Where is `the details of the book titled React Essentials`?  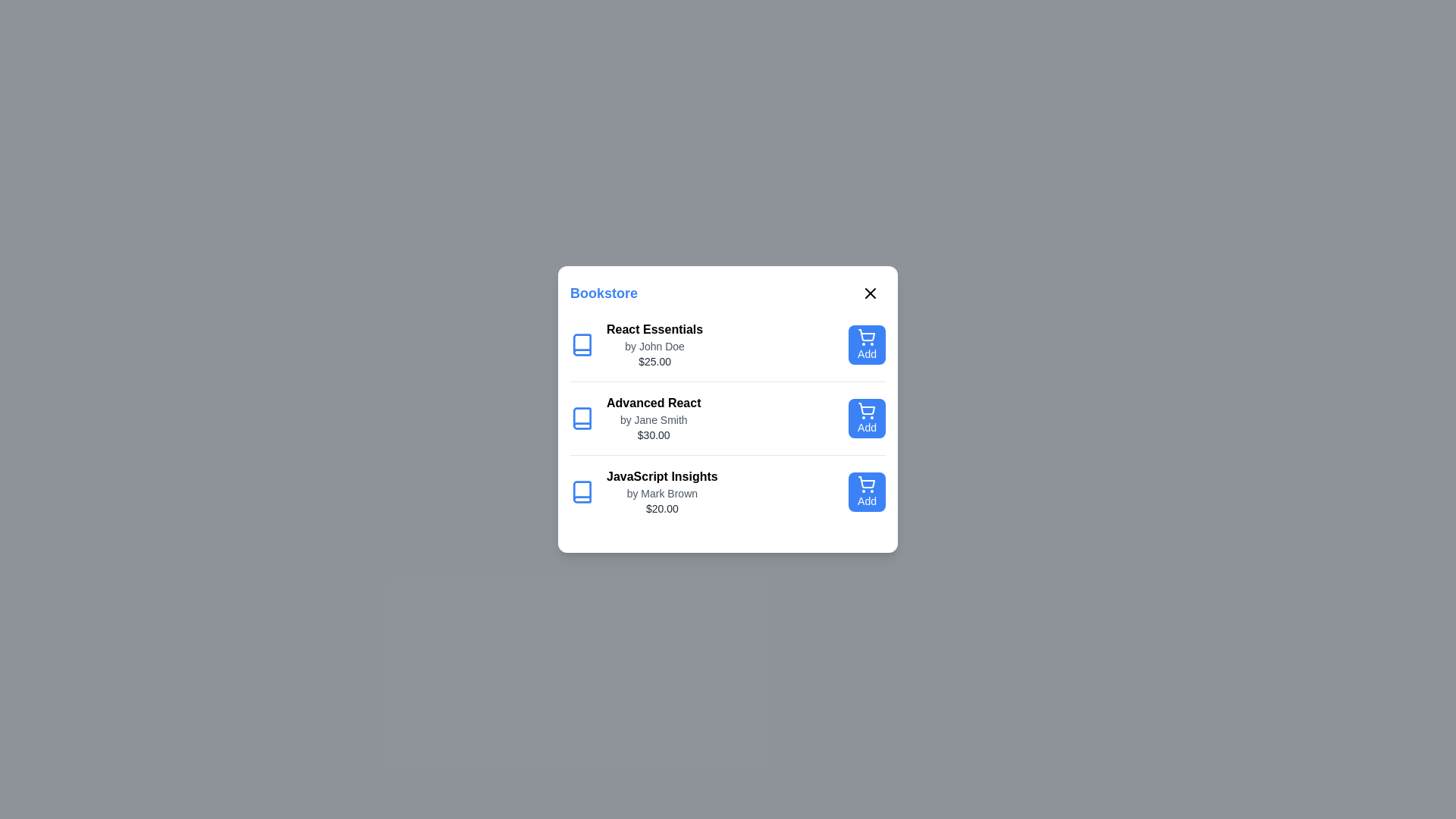
the details of the book titled React Essentials is located at coordinates (651, 345).